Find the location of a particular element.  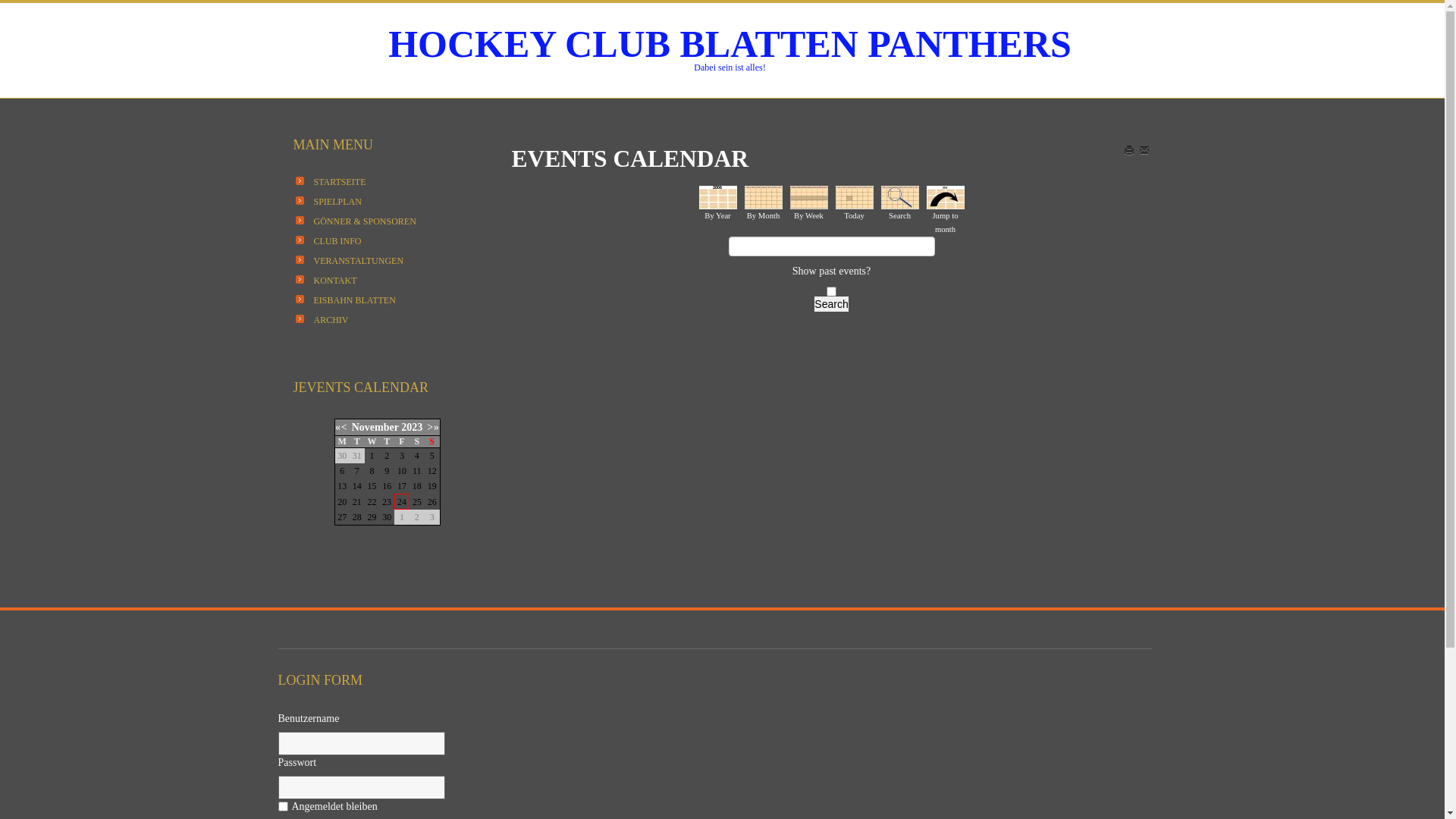

'2023' is located at coordinates (411, 427).